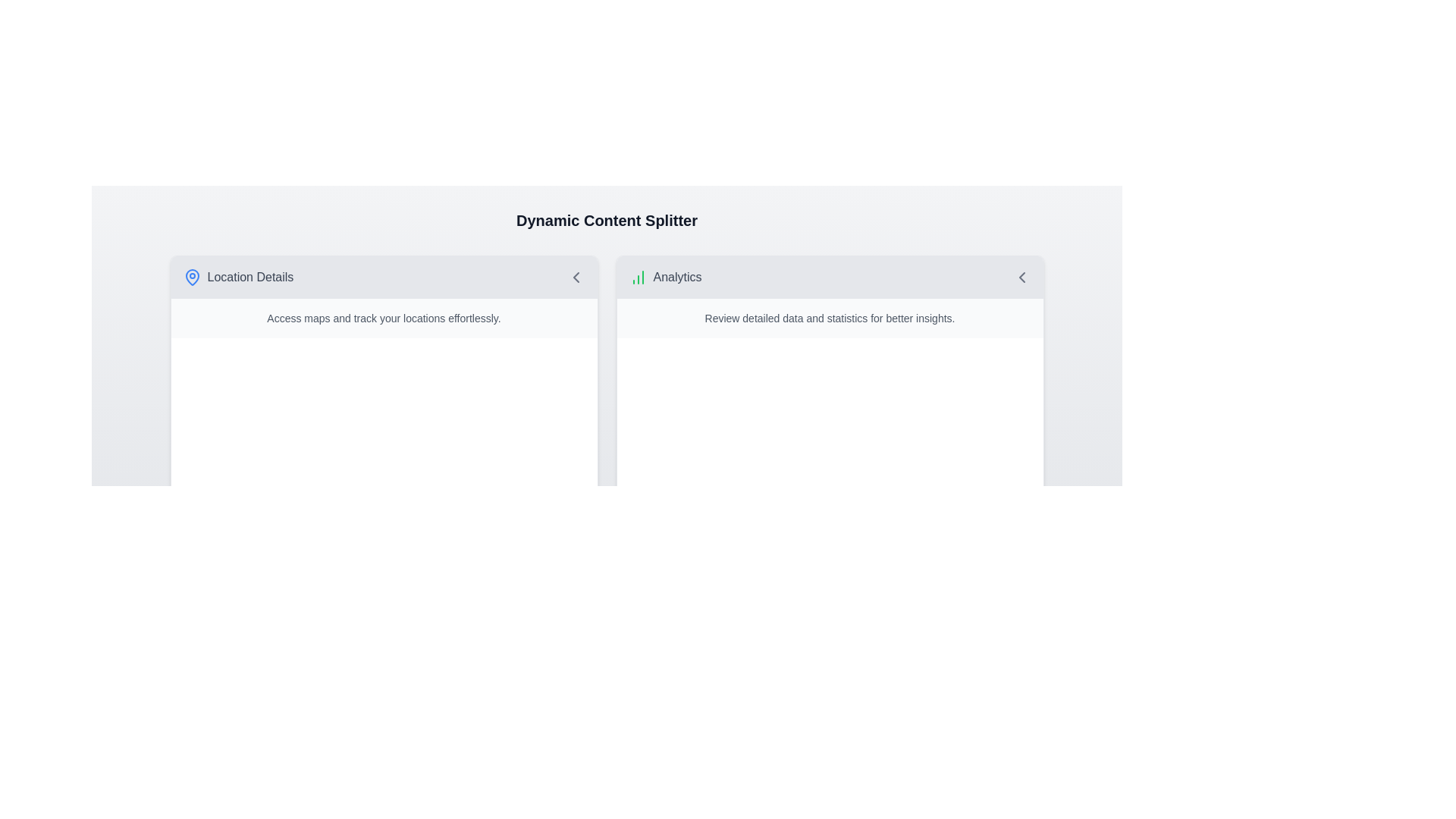 The width and height of the screenshot is (1456, 819). I want to click on the SVG Icon that serves as a visual indicator for the 'Location Details' section, located to the left of the text 'Location Details', so click(191, 278).